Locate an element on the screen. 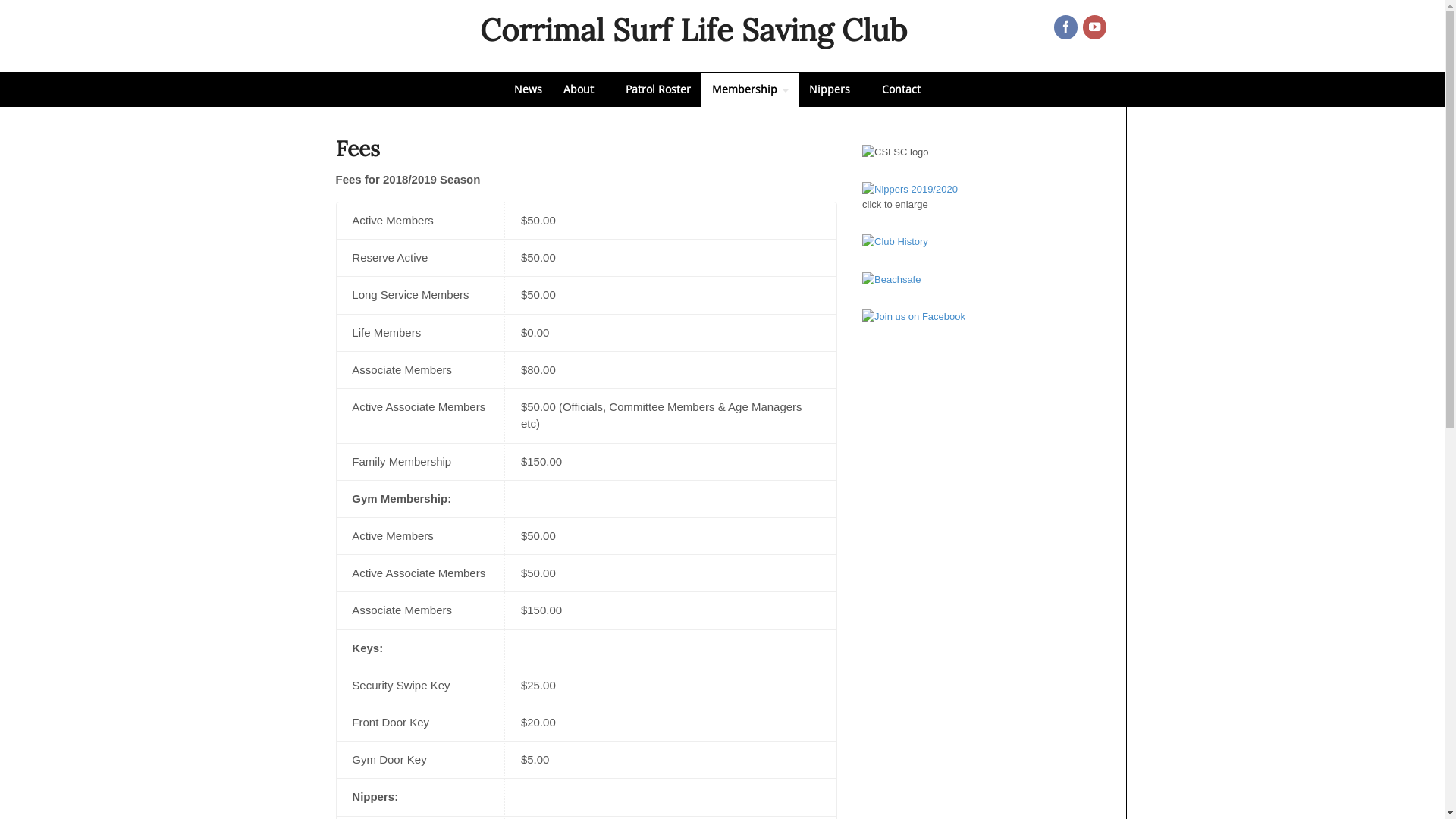 The width and height of the screenshot is (1456, 819). 'News' is located at coordinates (528, 89).